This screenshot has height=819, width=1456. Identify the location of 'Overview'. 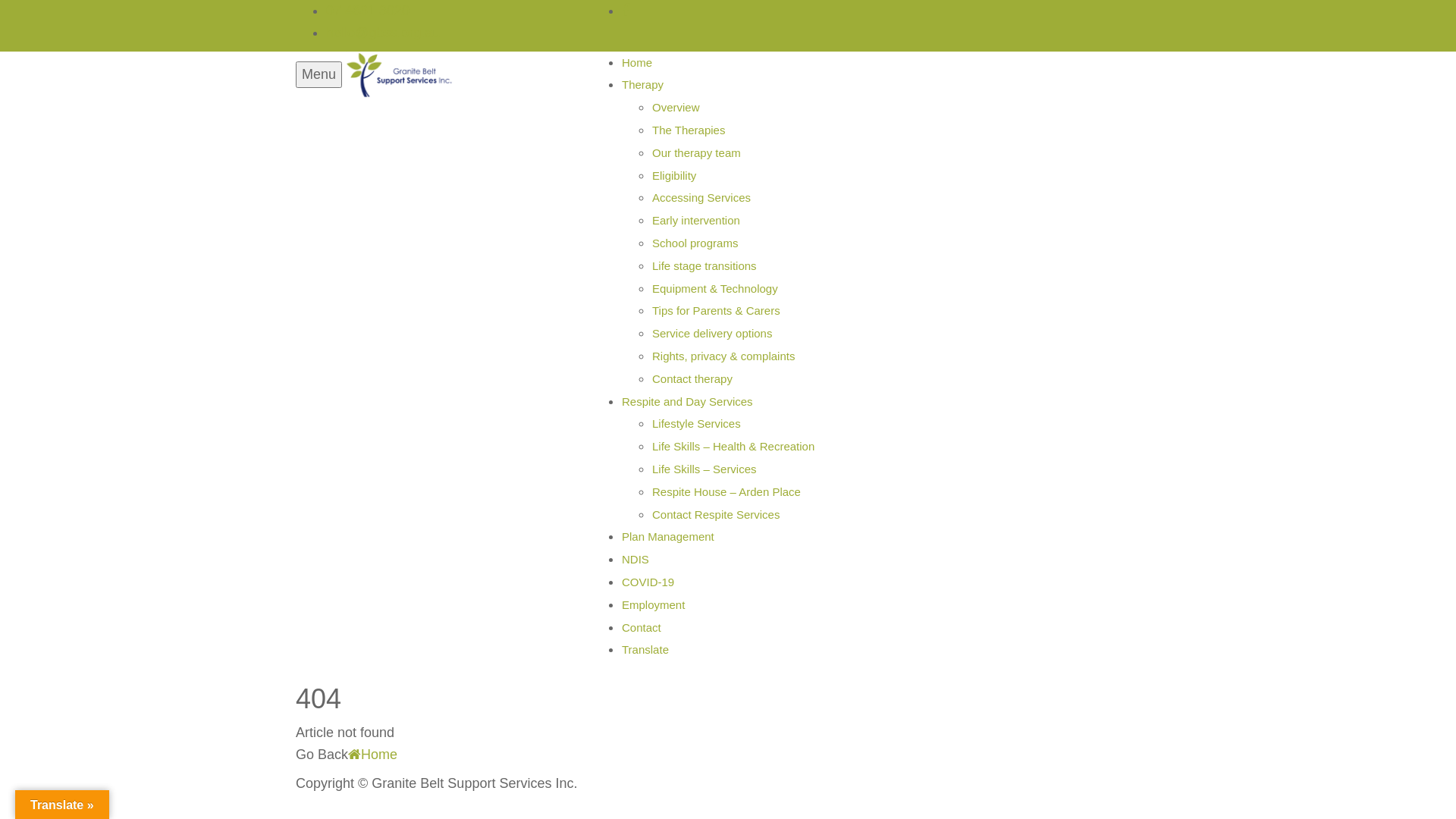
(675, 106).